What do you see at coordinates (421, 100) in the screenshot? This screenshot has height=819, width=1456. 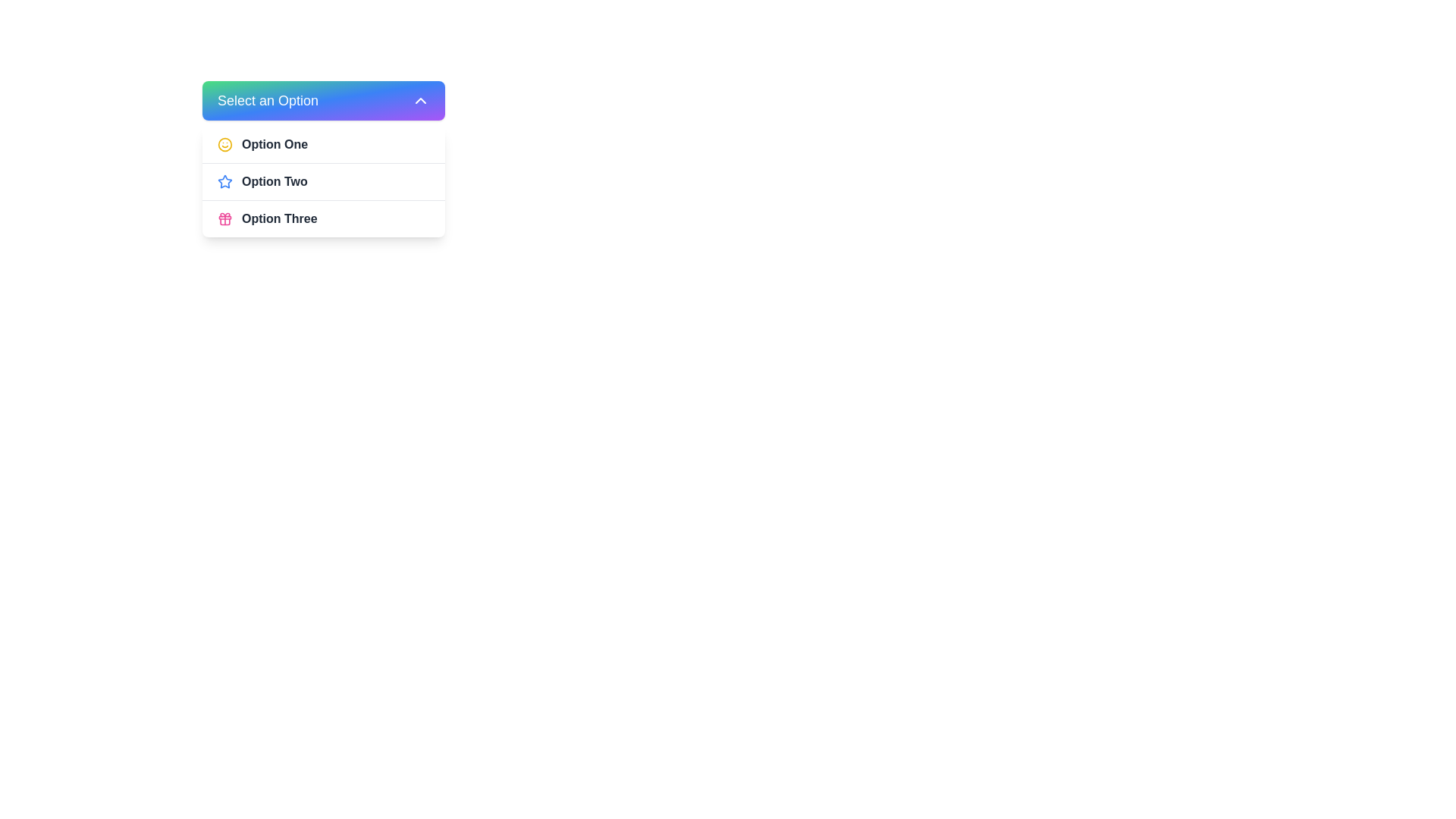 I see `the Chevron-Up Arrow icon located in the top-right corner of the 'Select an Option' button to interact with the dropdown menu` at bounding box center [421, 100].